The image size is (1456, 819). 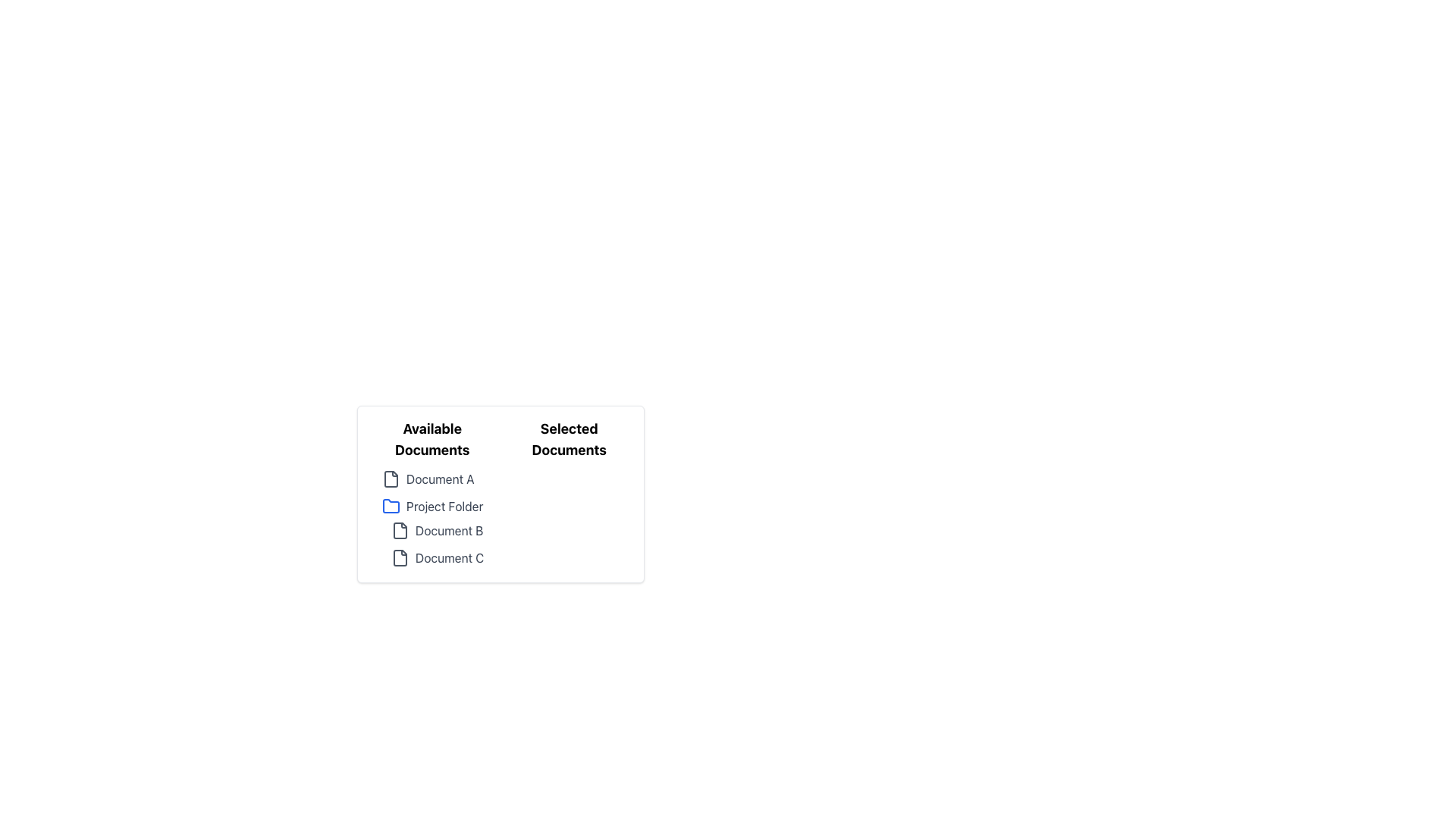 I want to click on the list item representing the document named 'Document A' located directly under the 'Available Documents' header, so click(x=431, y=479).